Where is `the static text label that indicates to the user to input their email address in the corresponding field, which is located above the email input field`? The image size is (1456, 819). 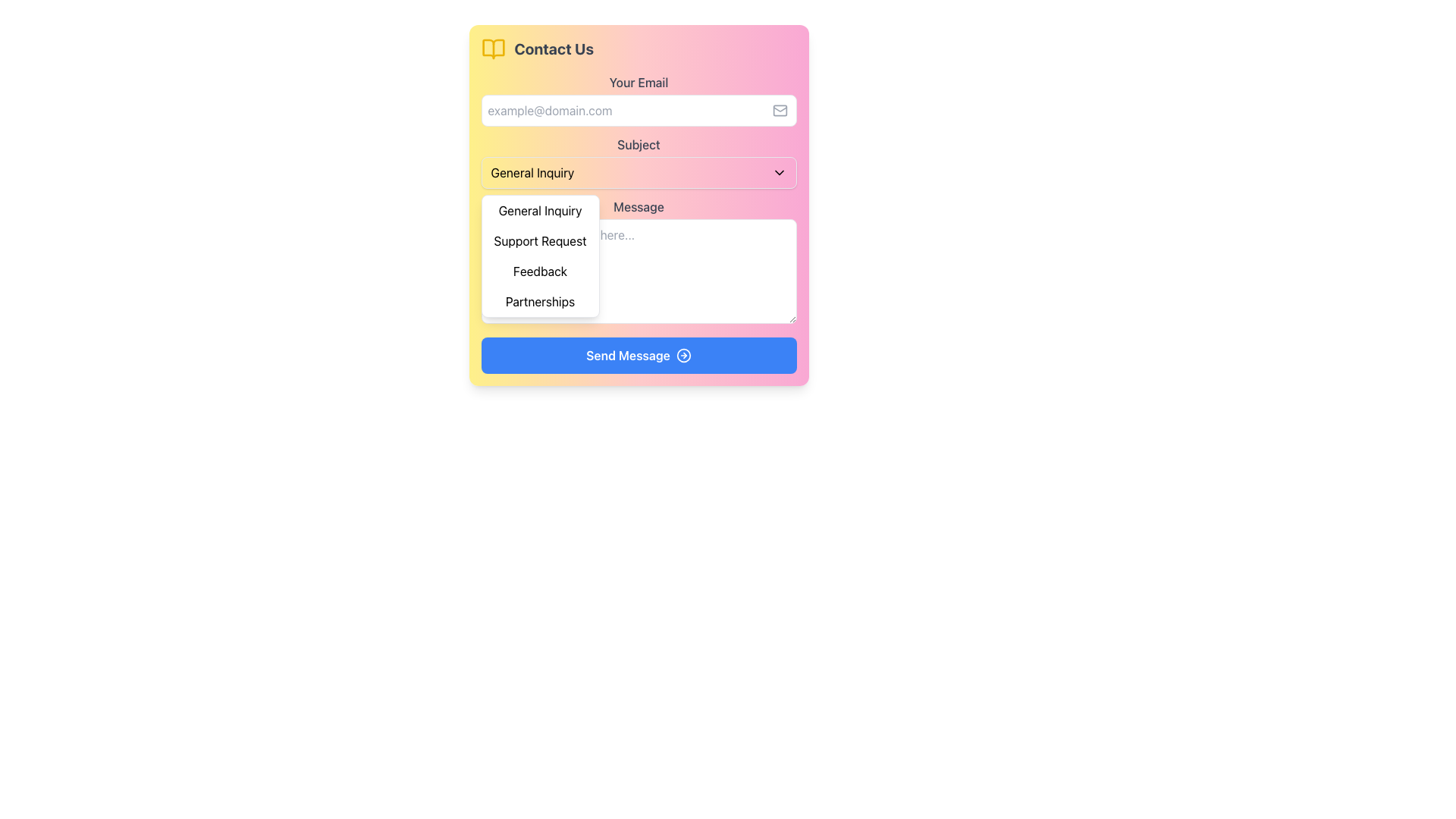 the static text label that indicates to the user to input their email address in the corresponding field, which is located above the email input field is located at coordinates (639, 82).